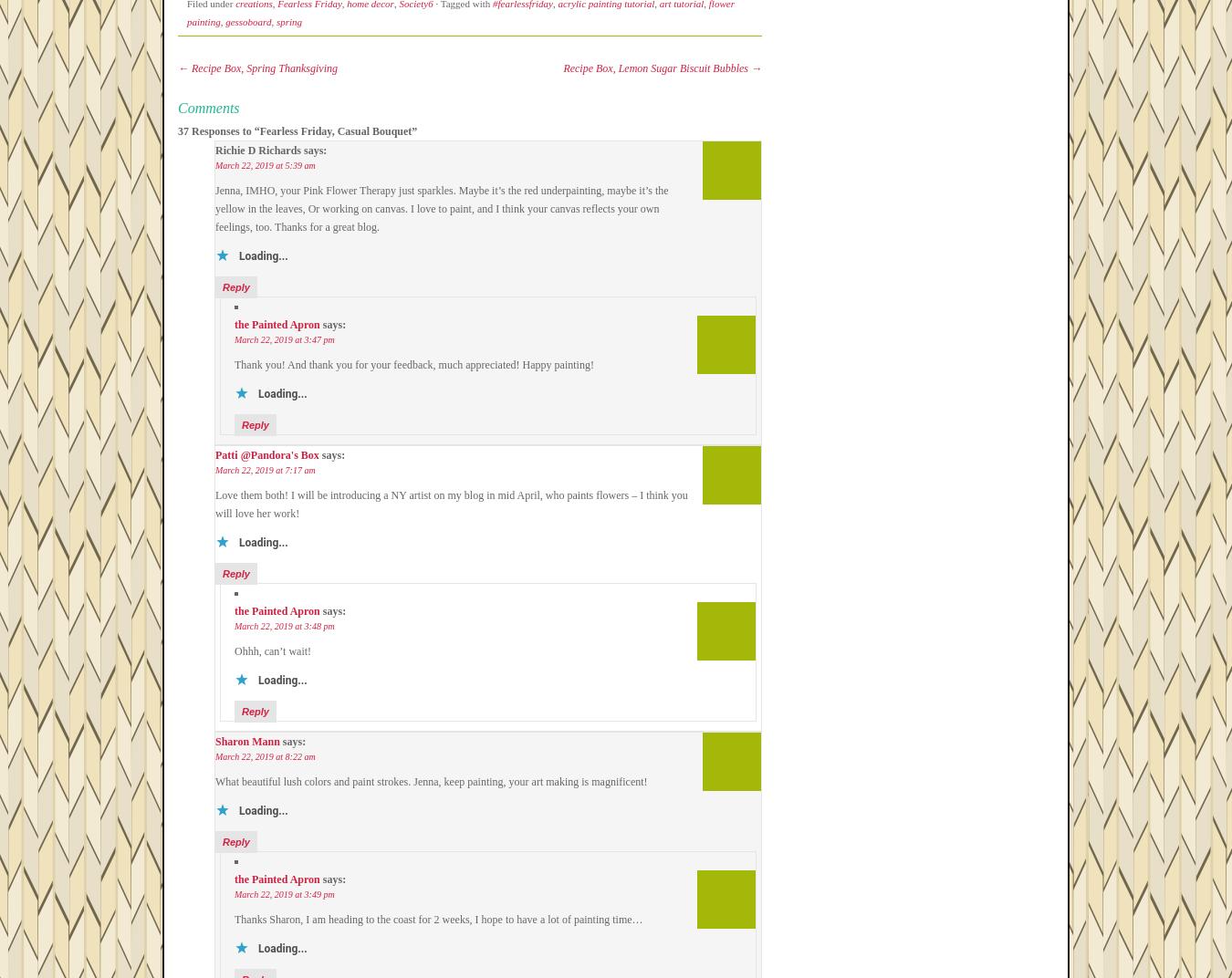 The width and height of the screenshot is (1232, 978). I want to click on 'Thank you! And thank you for your feedback, much appreciated! Happy painting!', so click(412, 364).